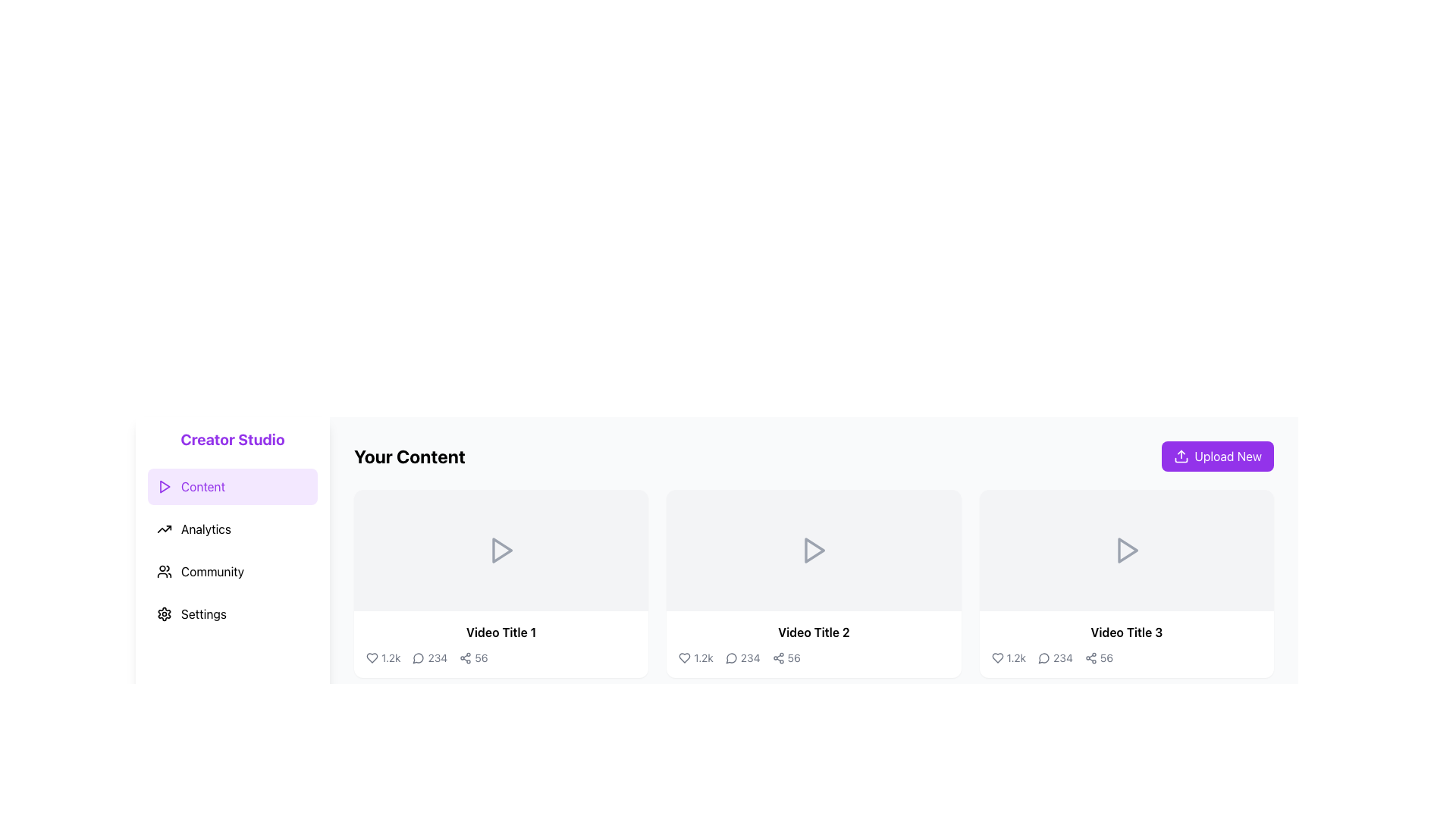  I want to click on numeric value from the text label that indicates a count or metric, located to the right of sharing option icons, so click(793, 657).